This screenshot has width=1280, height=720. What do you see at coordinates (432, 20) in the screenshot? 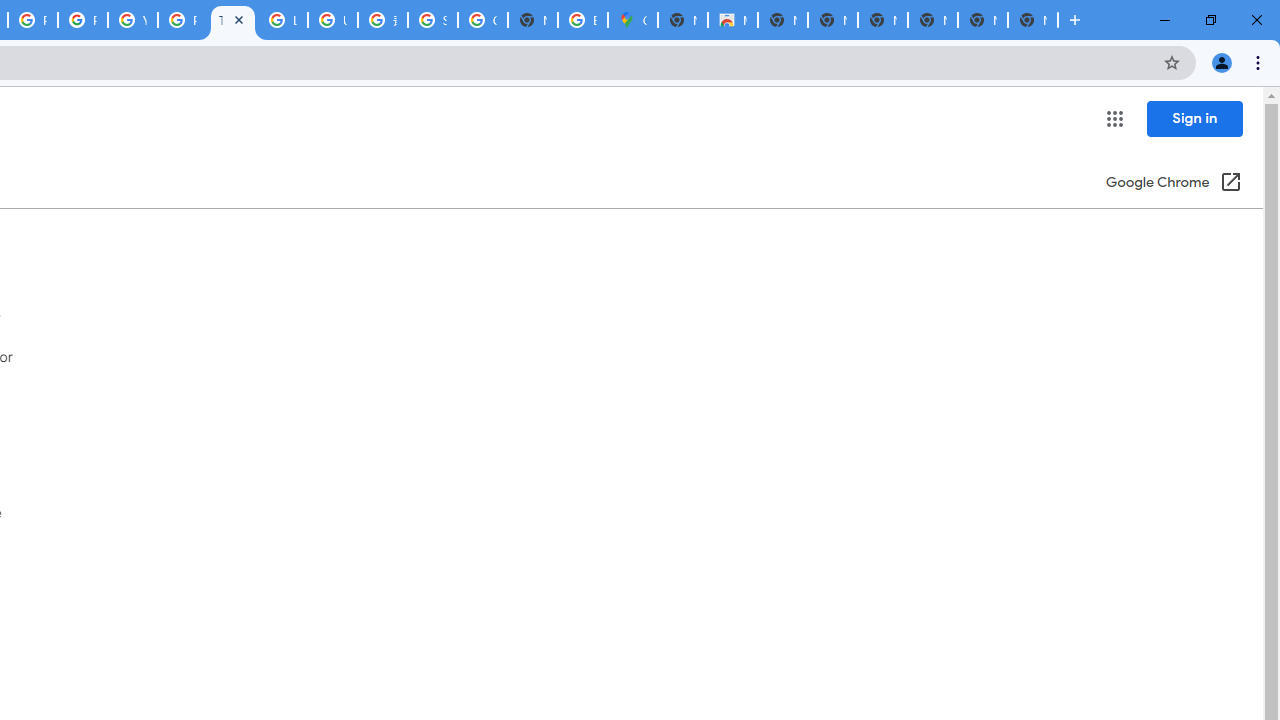
I see `'Sign in - Google Accounts'` at bounding box center [432, 20].